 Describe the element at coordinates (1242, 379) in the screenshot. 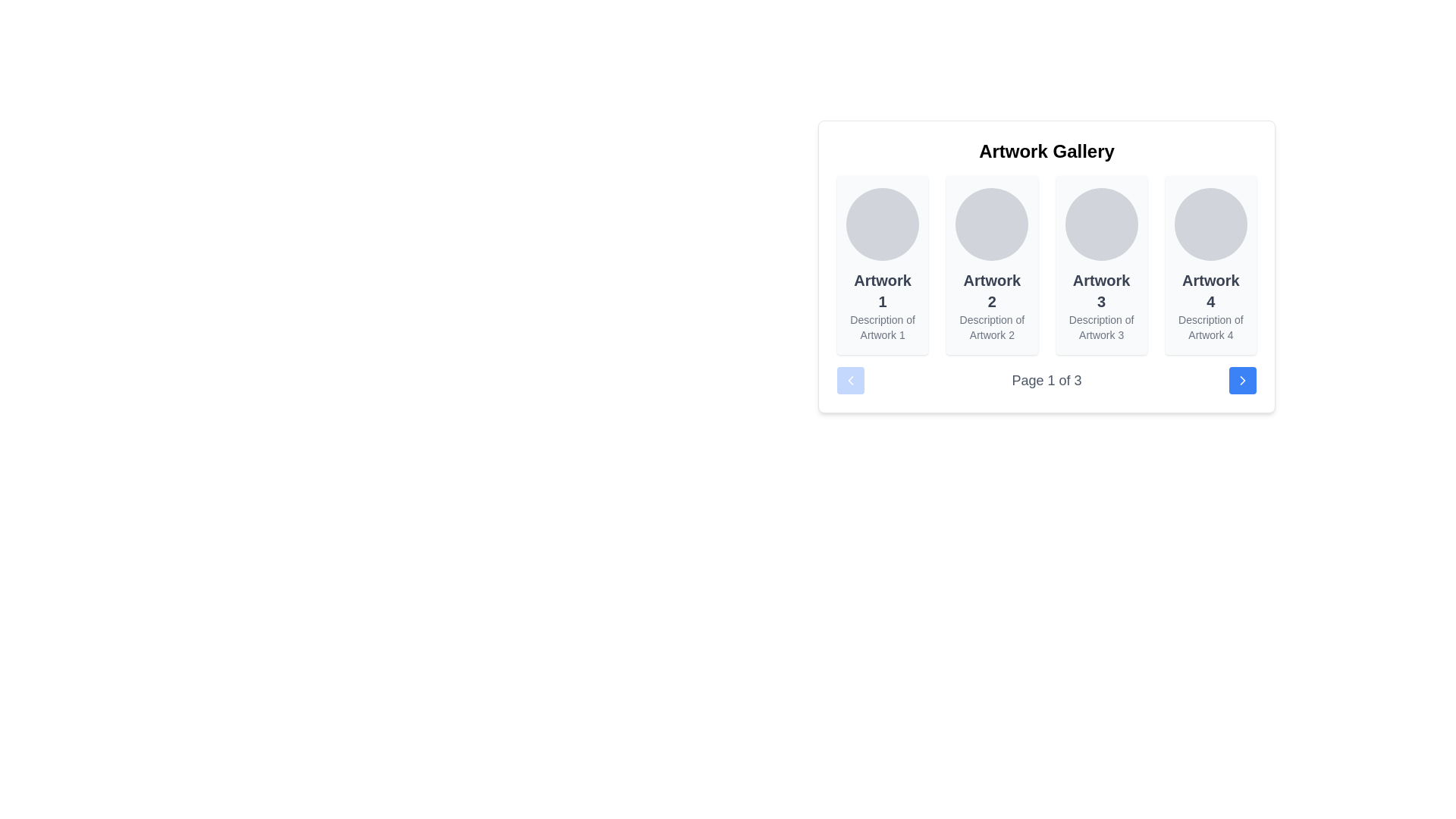

I see `the blue button with rounded corners containing a right-pointing chevron icon` at that location.